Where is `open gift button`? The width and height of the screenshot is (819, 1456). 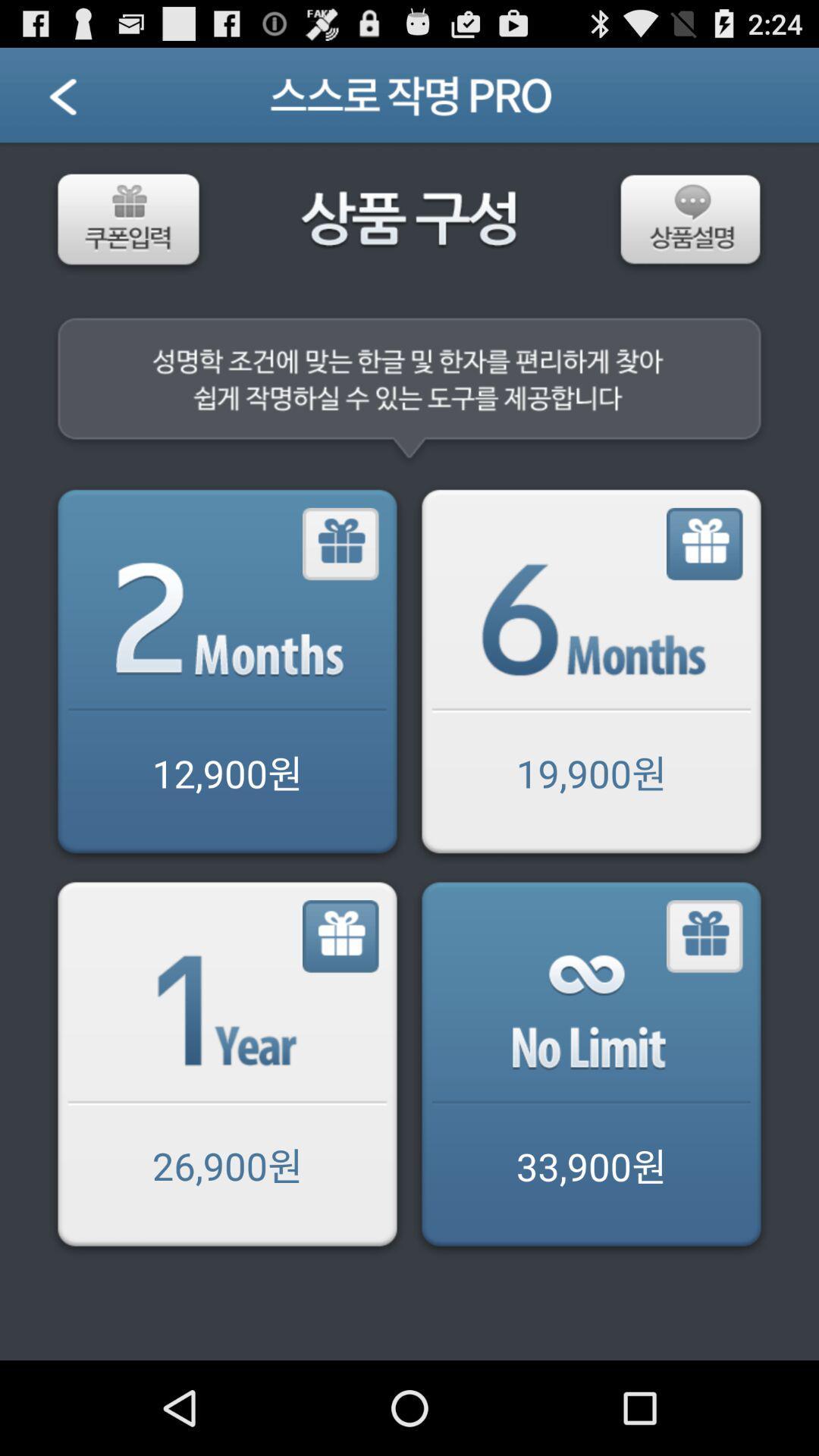
open gift button is located at coordinates (590, 673).